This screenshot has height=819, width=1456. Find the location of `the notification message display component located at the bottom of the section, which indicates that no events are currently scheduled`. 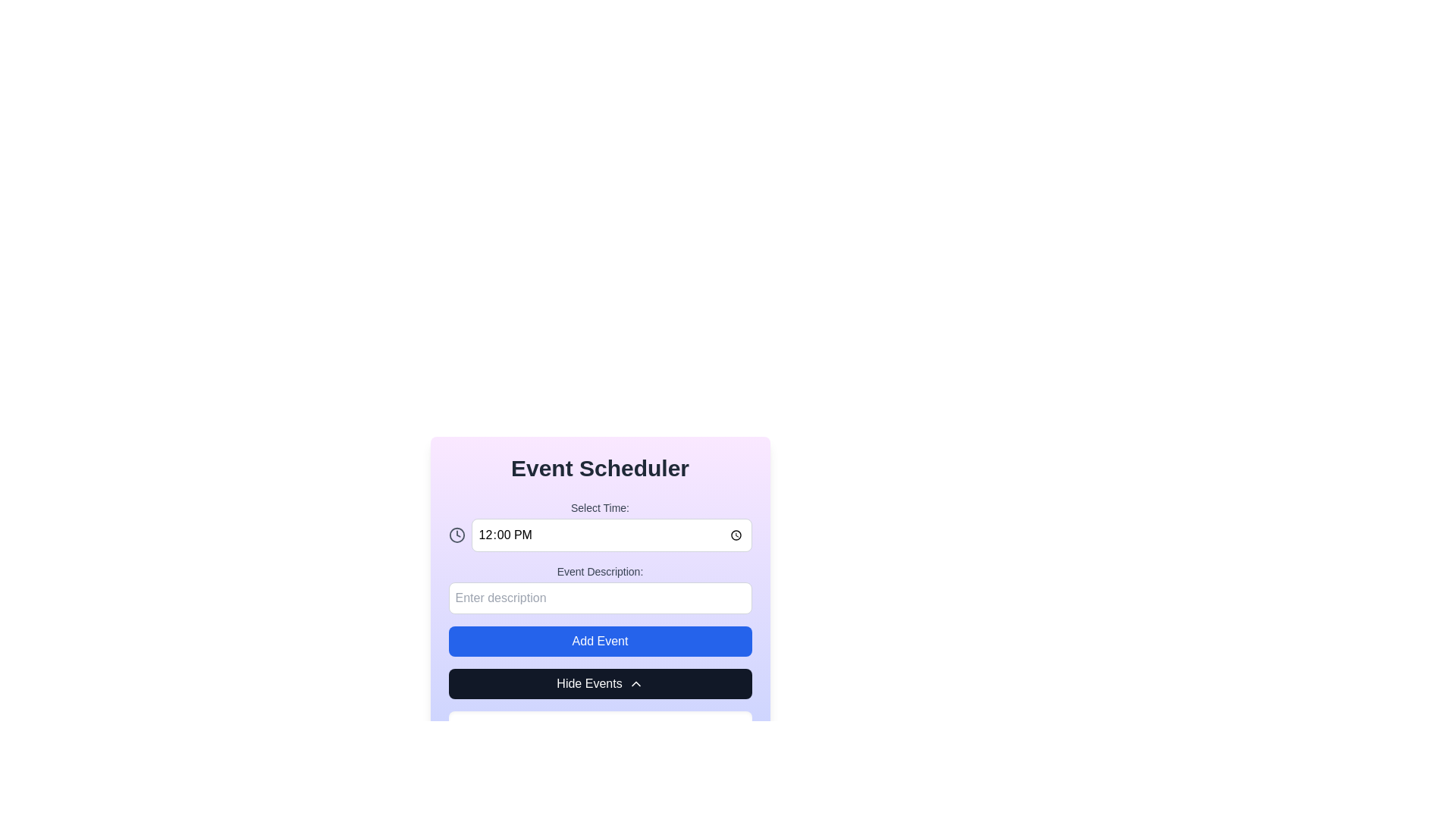

the notification message display component located at the bottom of the section, which indicates that no events are currently scheduled is located at coordinates (599, 731).